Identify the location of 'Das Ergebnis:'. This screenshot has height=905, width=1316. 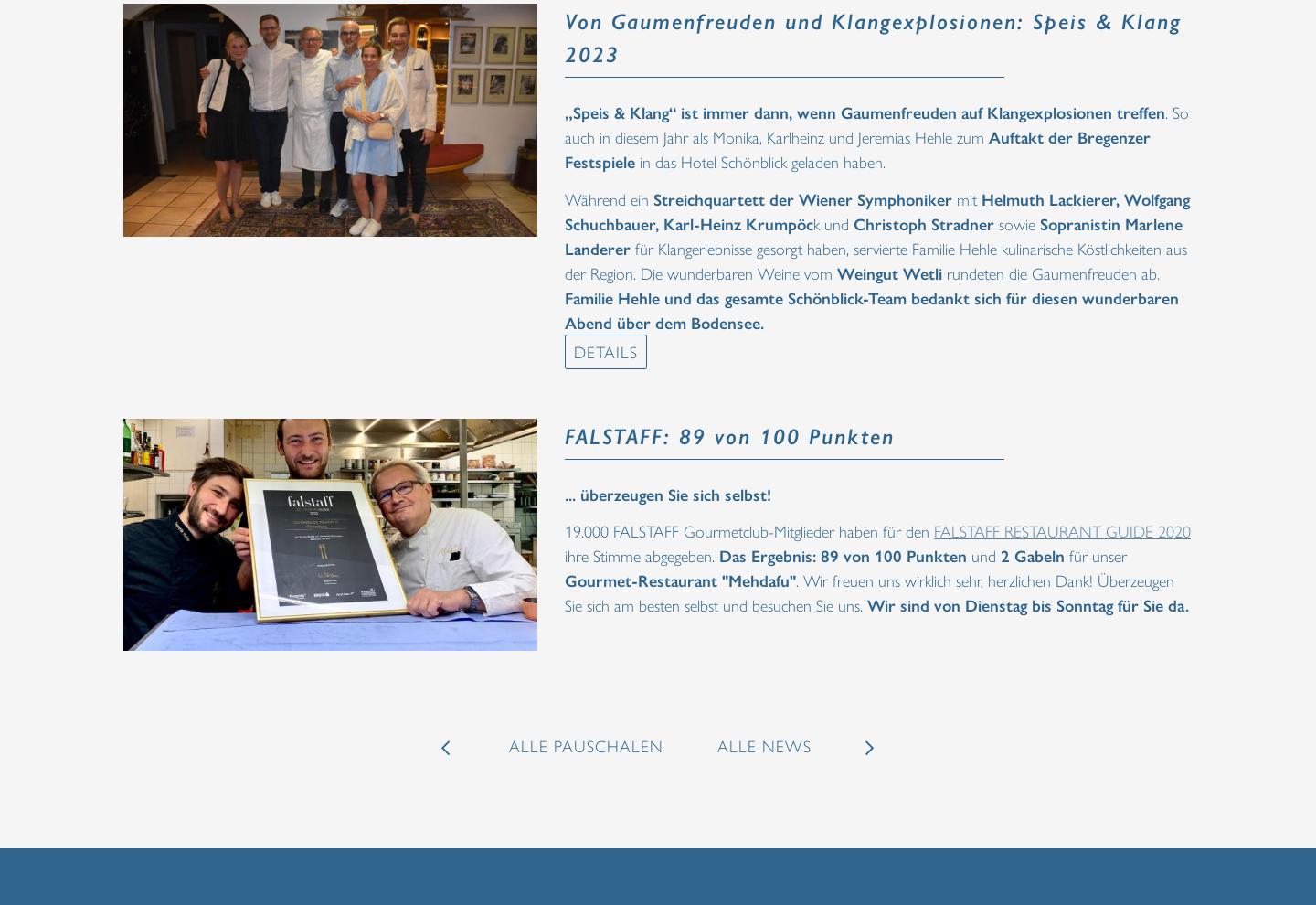
(767, 554).